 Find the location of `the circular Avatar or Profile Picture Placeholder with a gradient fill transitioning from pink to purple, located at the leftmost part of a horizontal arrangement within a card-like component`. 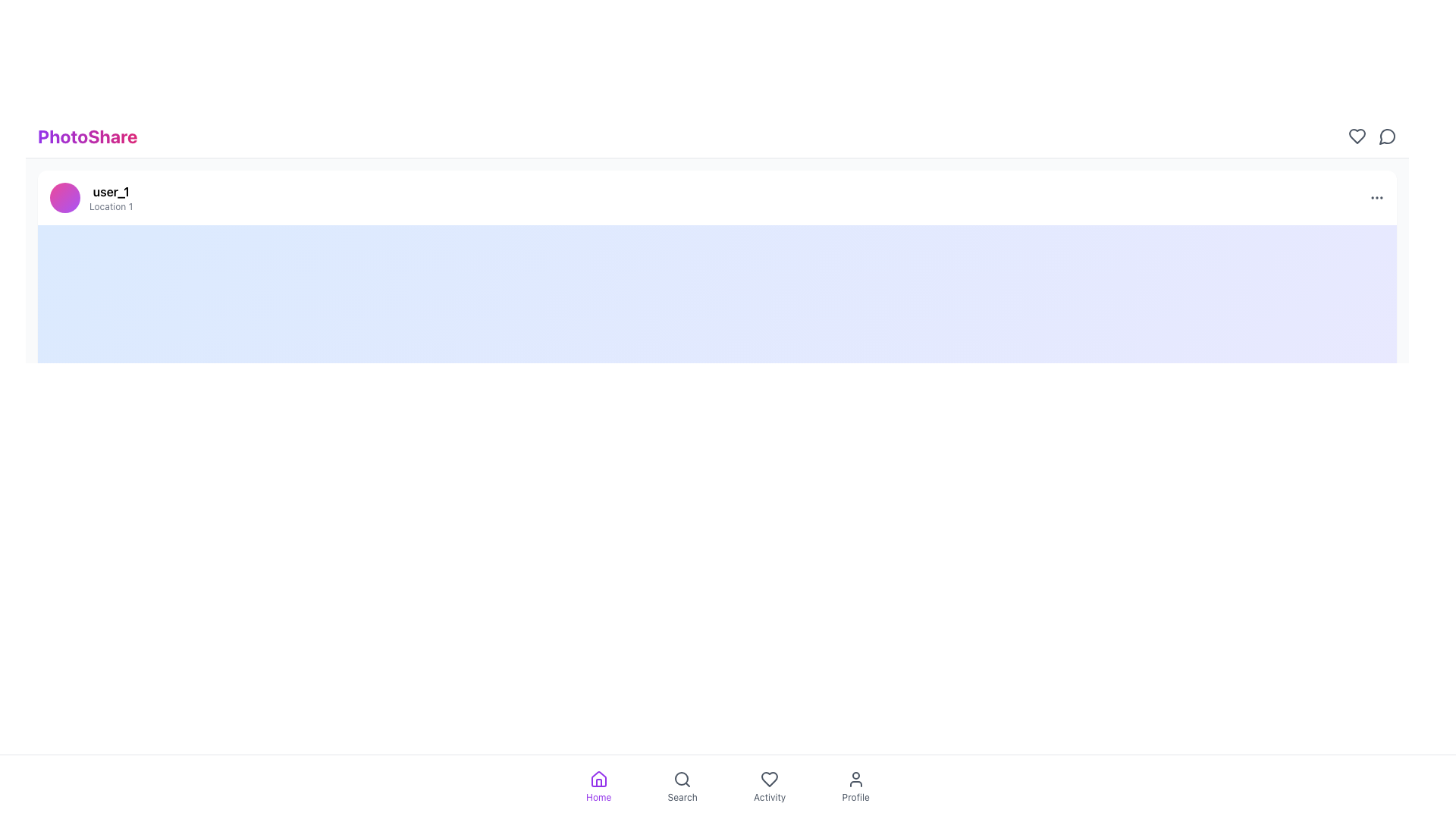

the circular Avatar or Profile Picture Placeholder with a gradient fill transitioning from pink to purple, located at the leftmost part of a horizontal arrangement within a card-like component is located at coordinates (64, 197).